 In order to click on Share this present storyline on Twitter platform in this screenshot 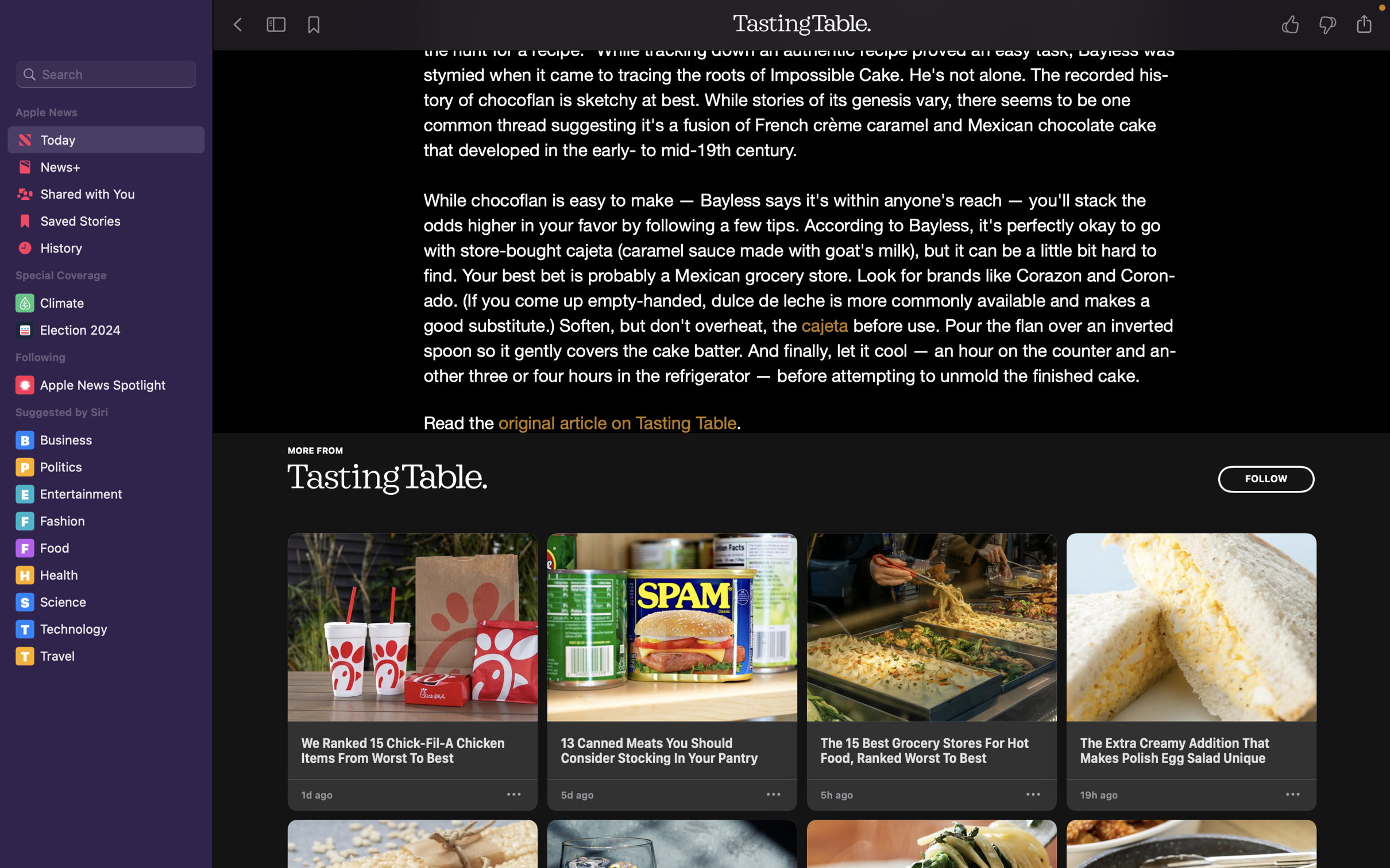, I will do `click(1368, 24)`.